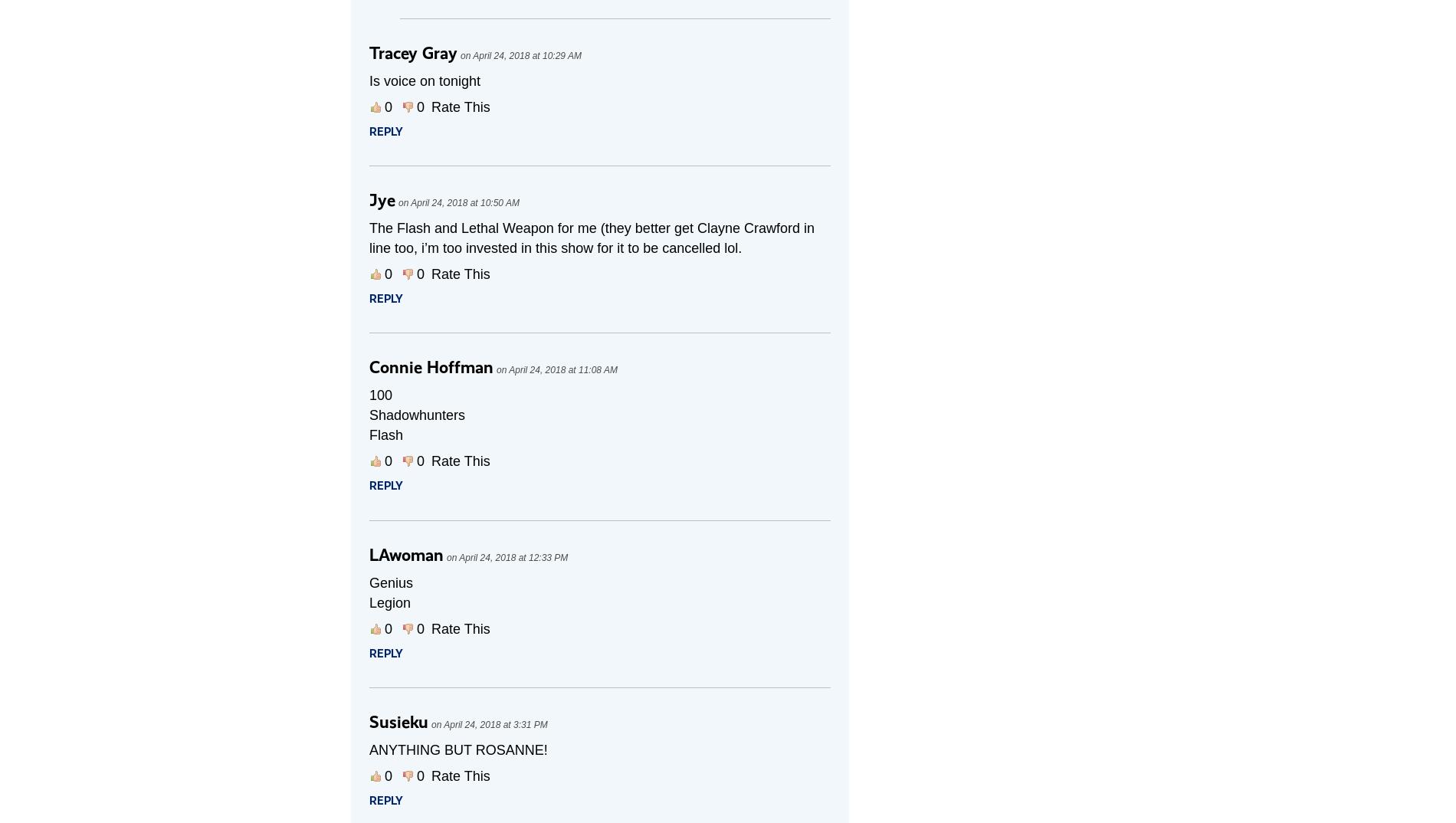  Describe the element at coordinates (464, 202) in the screenshot. I see `'April 24, 2018 at 10:50 AM'` at that location.